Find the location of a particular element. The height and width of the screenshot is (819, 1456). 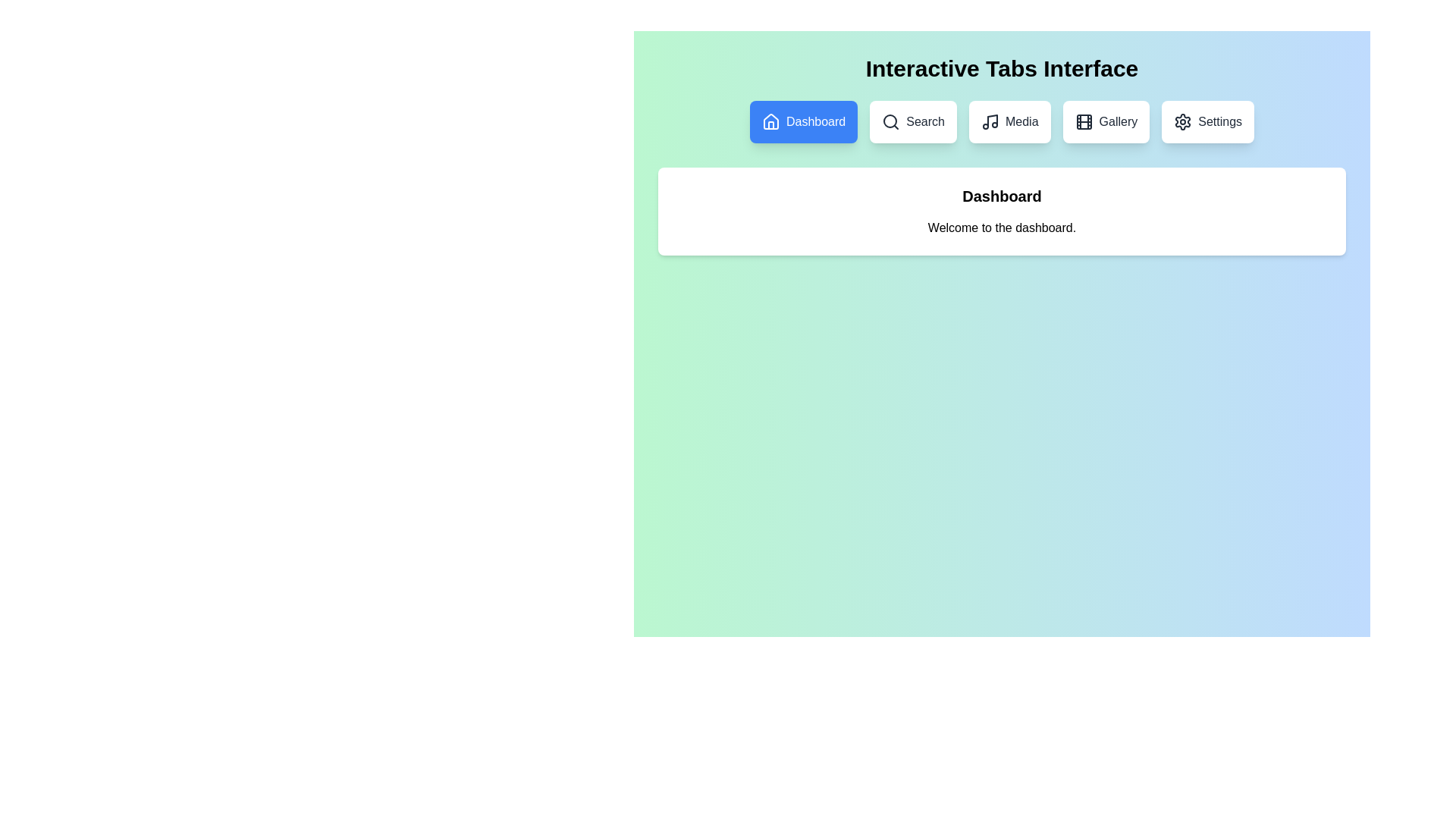

the compact filmstrip icon located within the 'Gallery' button, which is positioned fourth from the left in a row of buttons near the upper section of the interface is located at coordinates (1083, 121).